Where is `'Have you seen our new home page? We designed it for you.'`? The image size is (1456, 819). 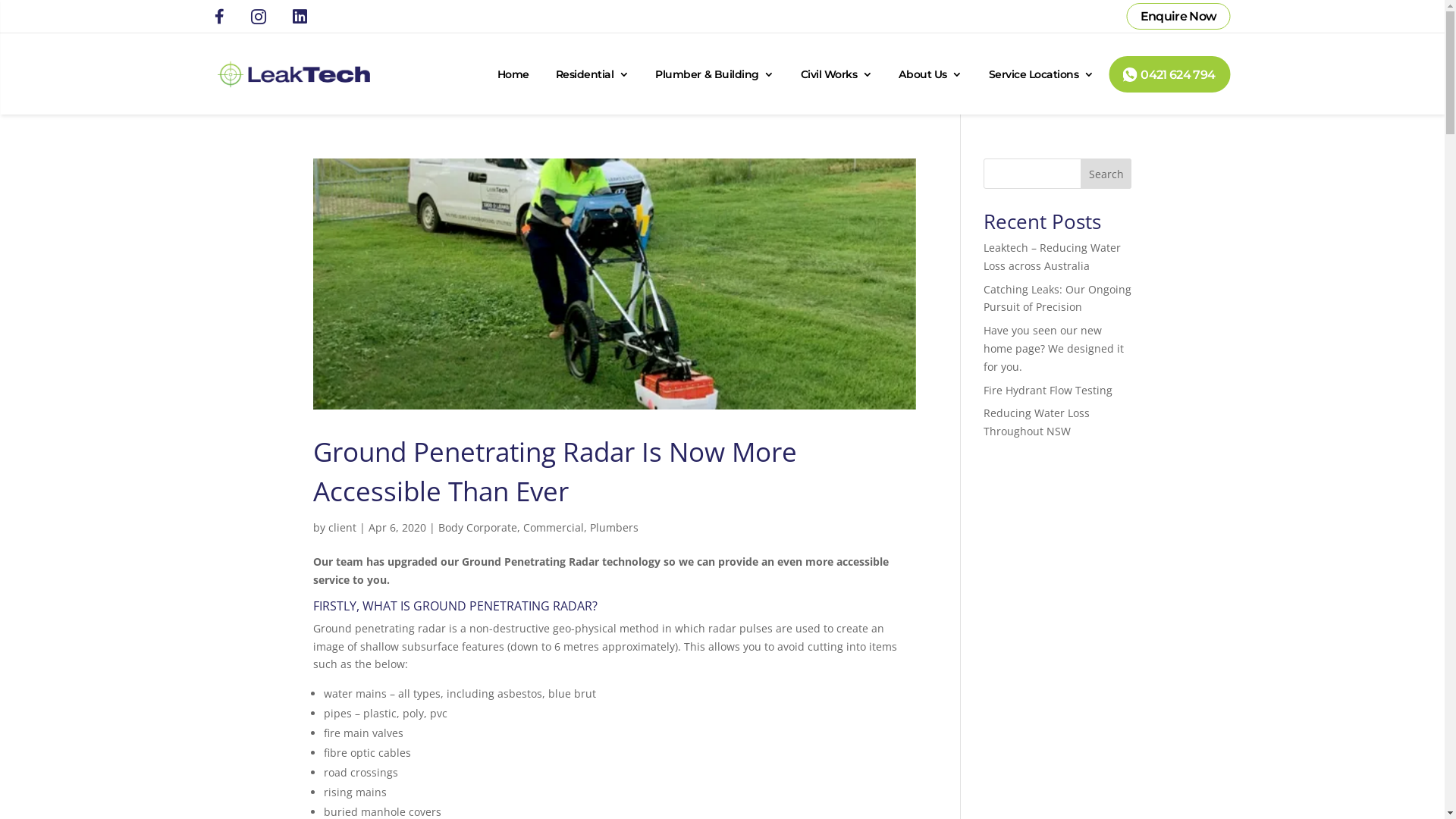
'Have you seen our new home page? We designed it for you.' is located at coordinates (1053, 348).